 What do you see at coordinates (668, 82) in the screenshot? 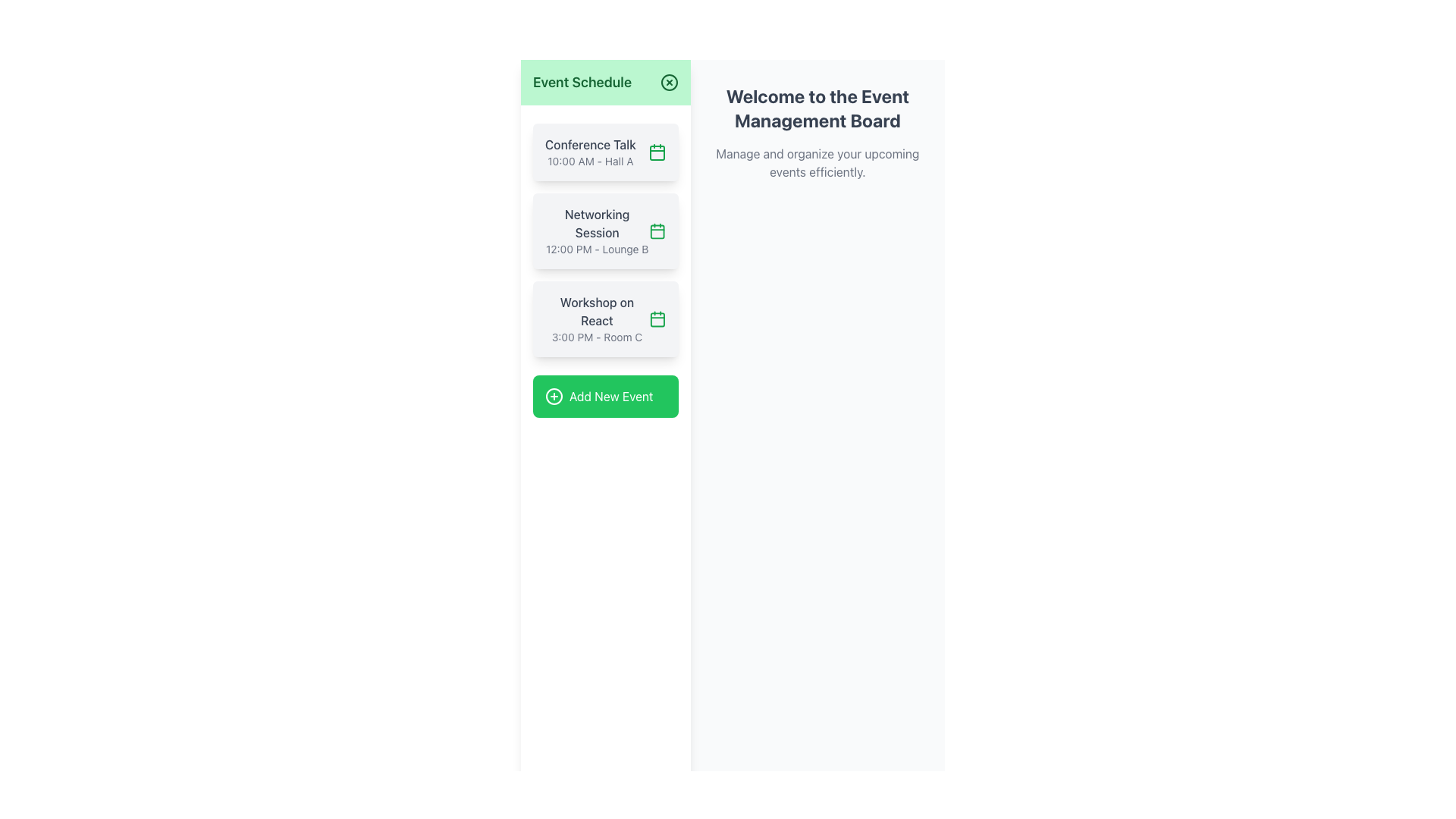
I see `the close symbol in the green header, located to the right of 'Event Schedule' in the sidebar` at bounding box center [668, 82].